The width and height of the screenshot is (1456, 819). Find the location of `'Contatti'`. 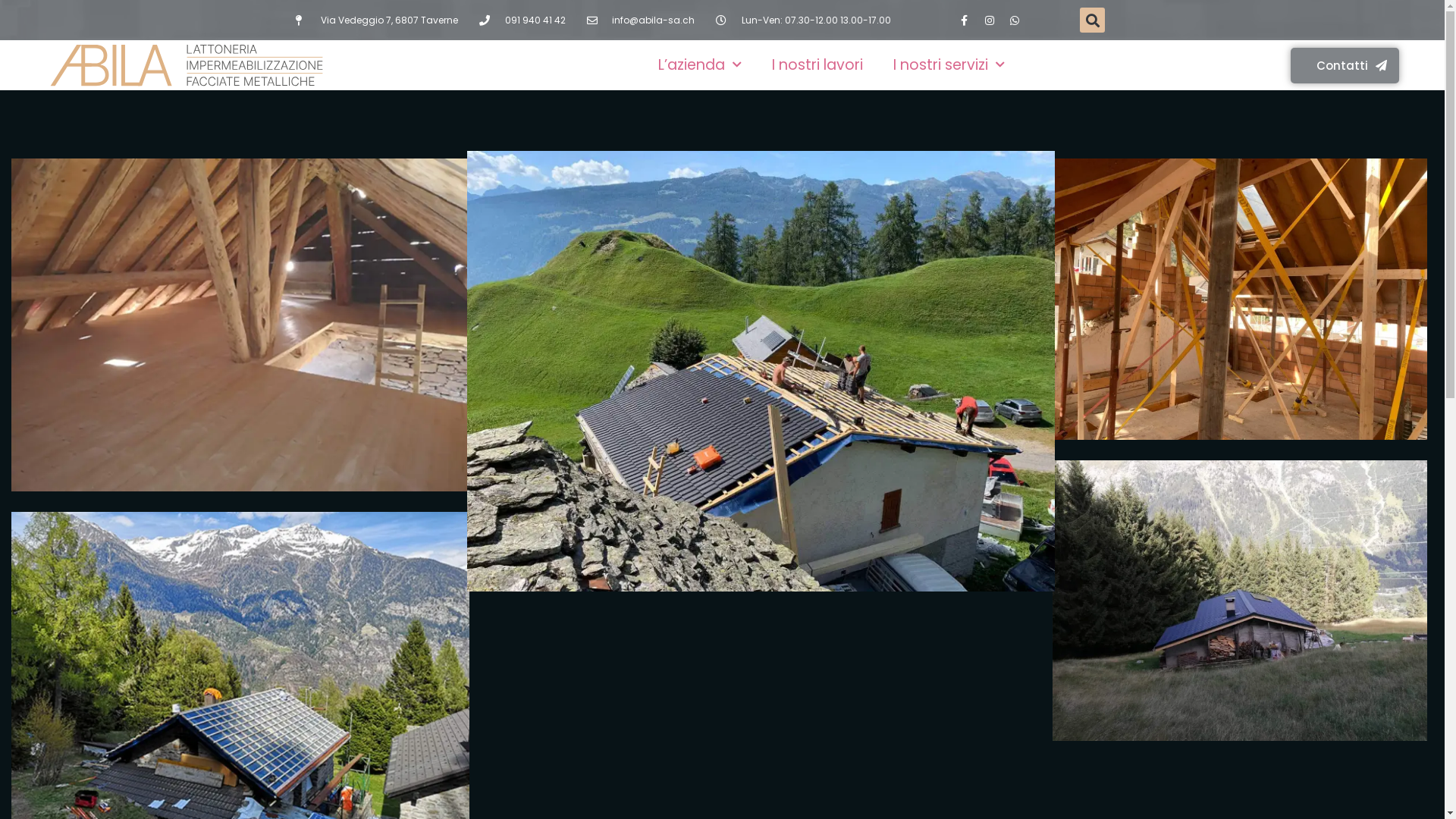

'Contatti' is located at coordinates (1290, 64).